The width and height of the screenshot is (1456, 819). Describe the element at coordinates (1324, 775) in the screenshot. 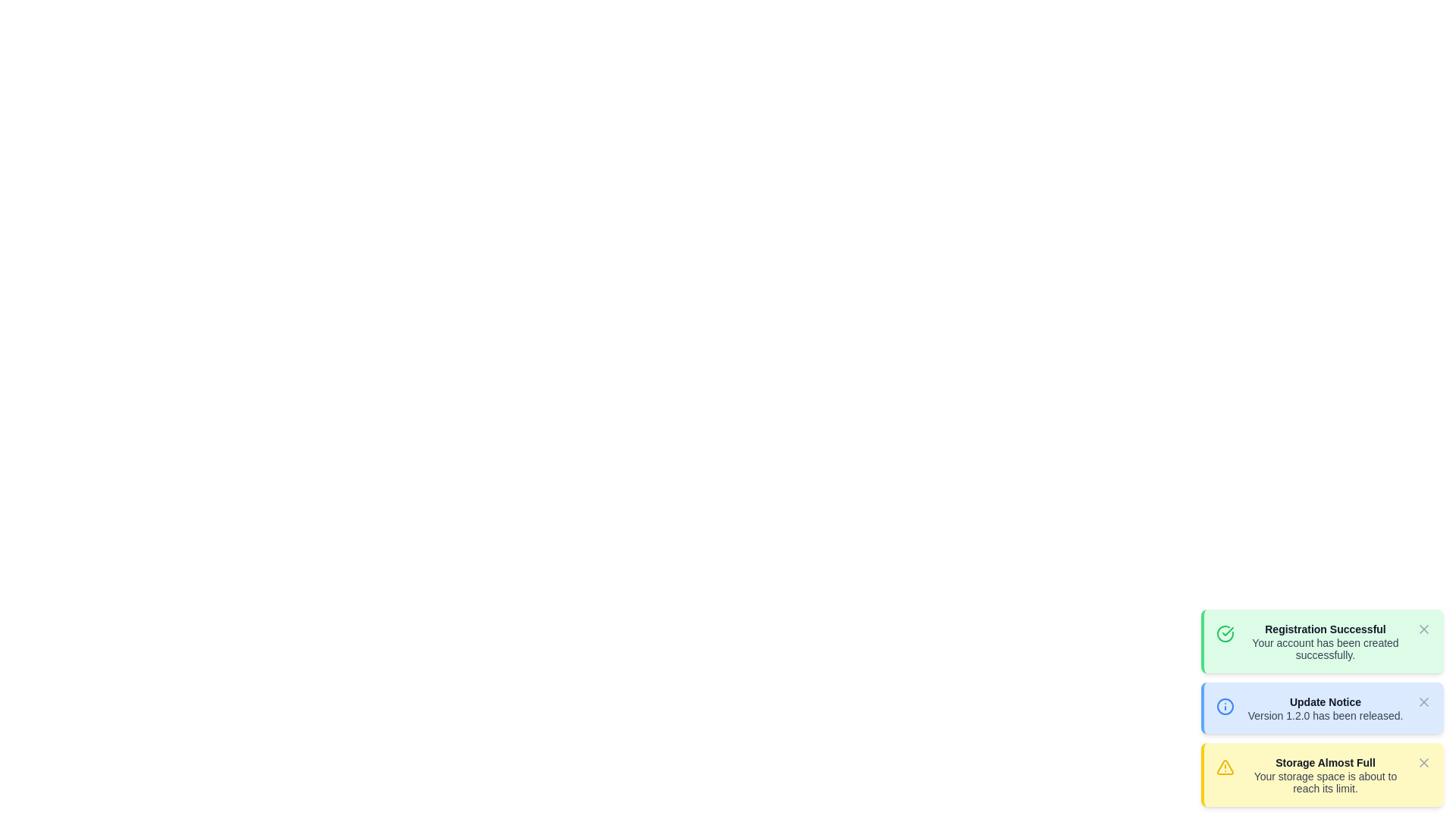

I see `information displayed in the yellow alert box which informs the user that their storage is nearing its limit, located at the bottom of the notifications on the right side of the interface` at that location.